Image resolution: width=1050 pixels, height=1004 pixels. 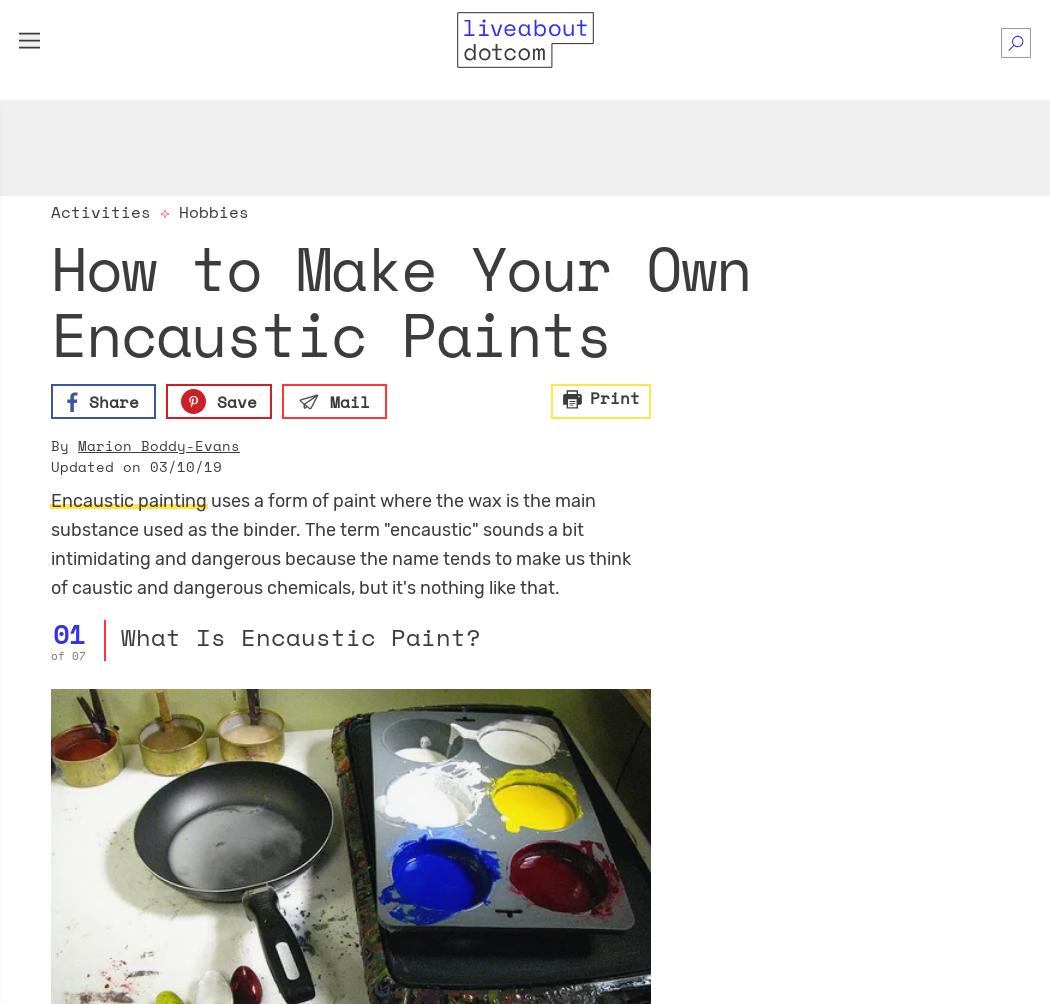 I want to click on 'Hobbies', so click(x=179, y=211).